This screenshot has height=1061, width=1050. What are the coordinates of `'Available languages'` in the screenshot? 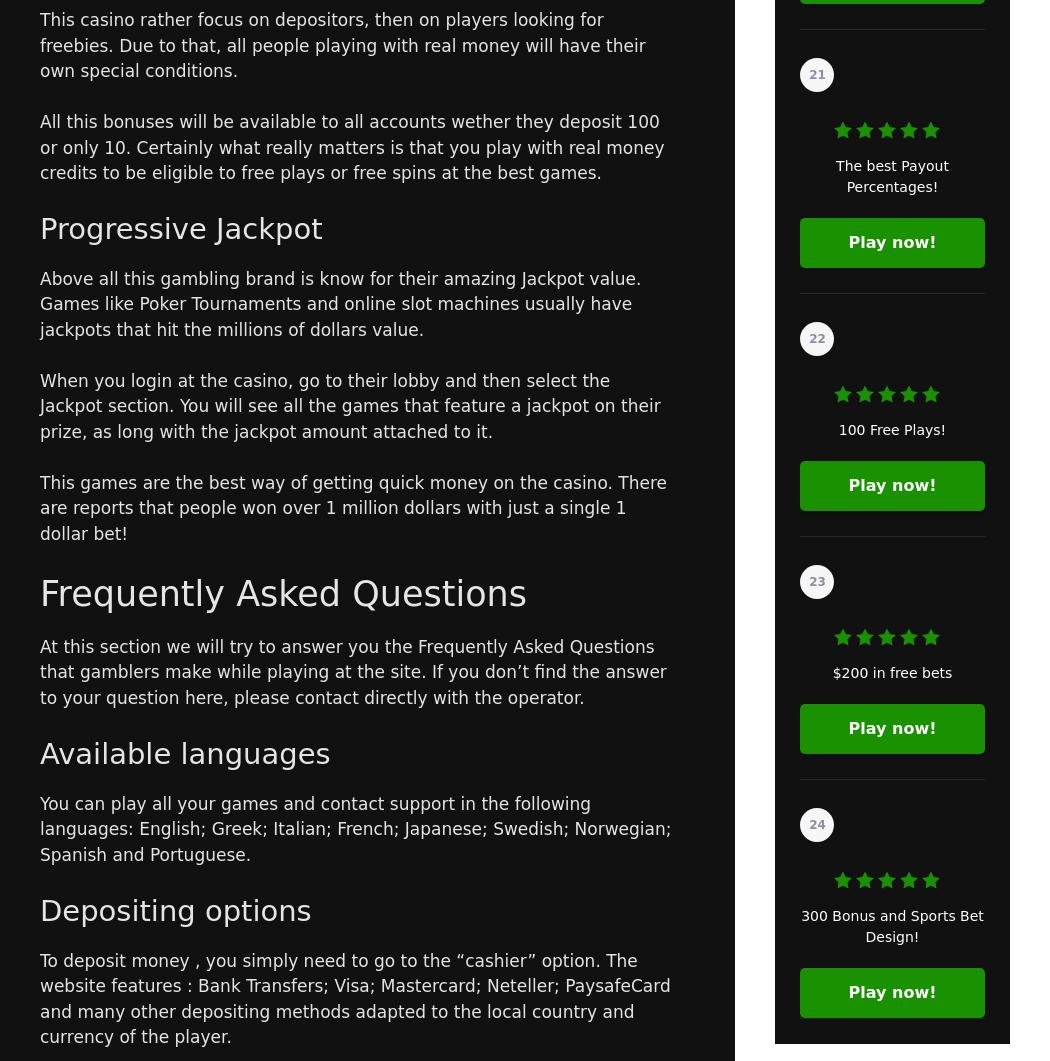 It's located at (185, 752).